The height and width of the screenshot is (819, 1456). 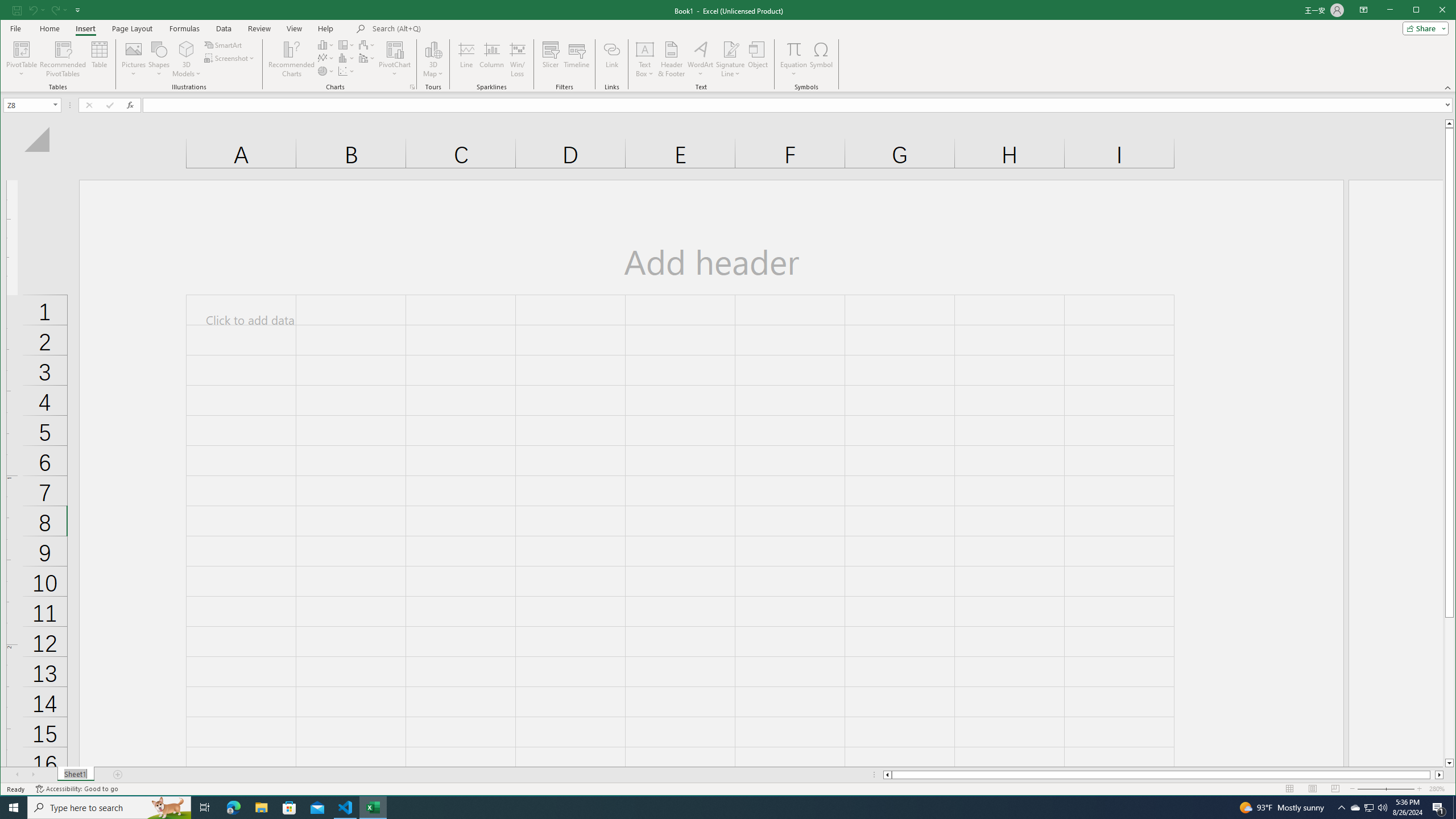 I want to click on 'Task View', so click(x=204, y=806).